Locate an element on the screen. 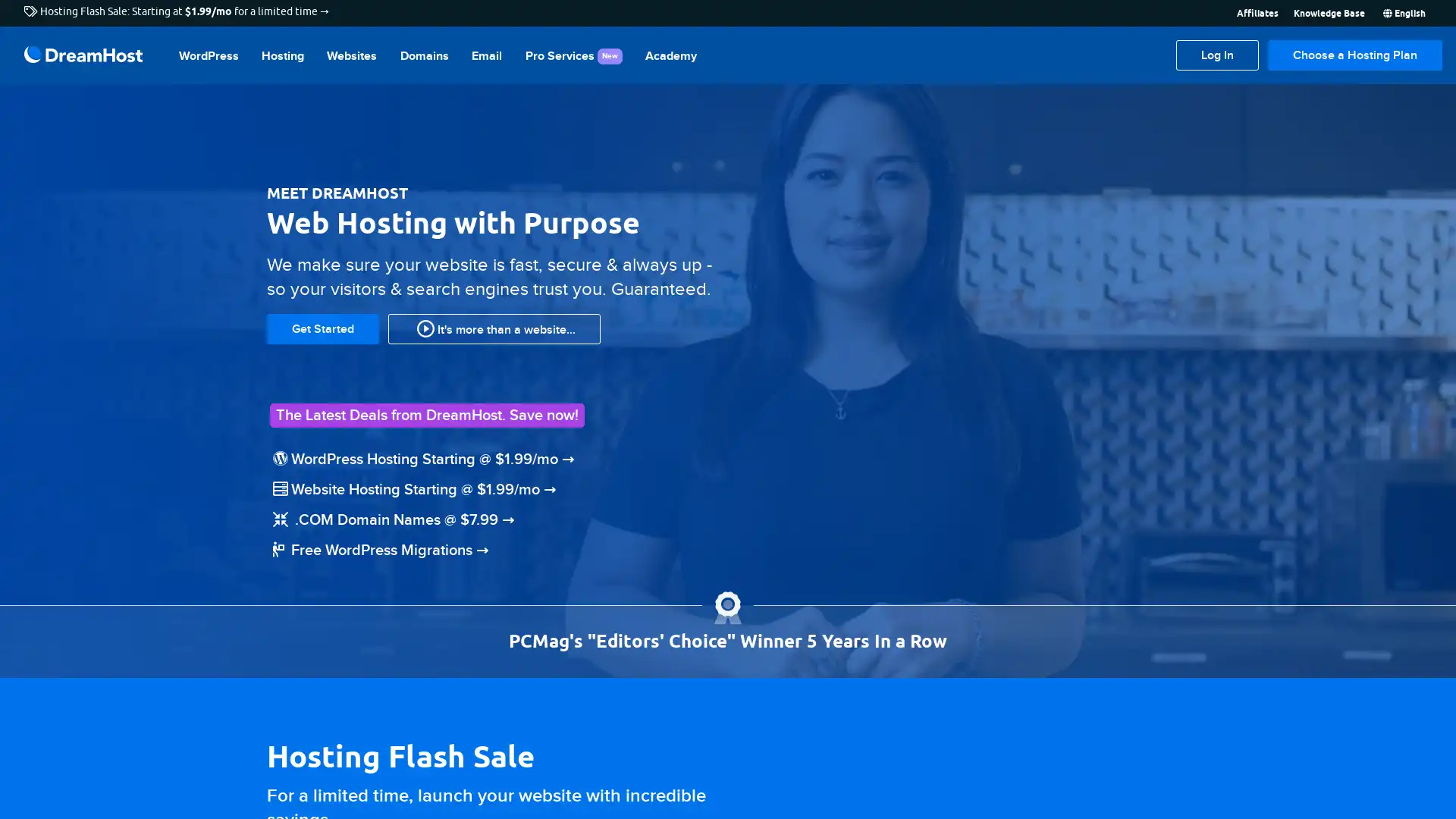 The height and width of the screenshot is (819, 1456). Choose a Hosting Plan is located at coordinates (1354, 55).